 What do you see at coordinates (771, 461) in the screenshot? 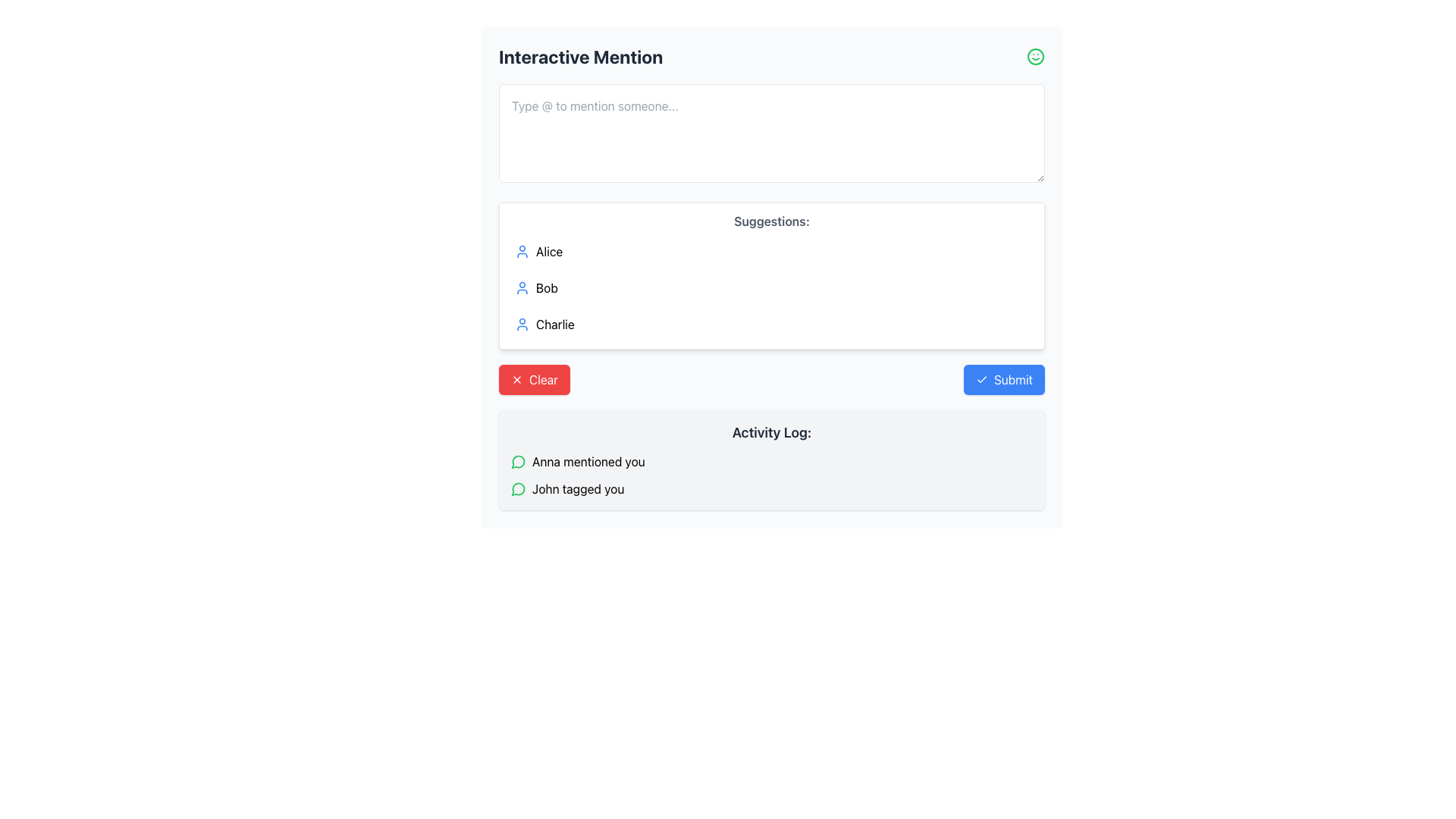
I see `the notification message displaying 'Anna mentioned you,' which is the first notification in the Activity Log section, located below the Suggestions section and to the right of the Clear and Submit buttons` at bounding box center [771, 461].